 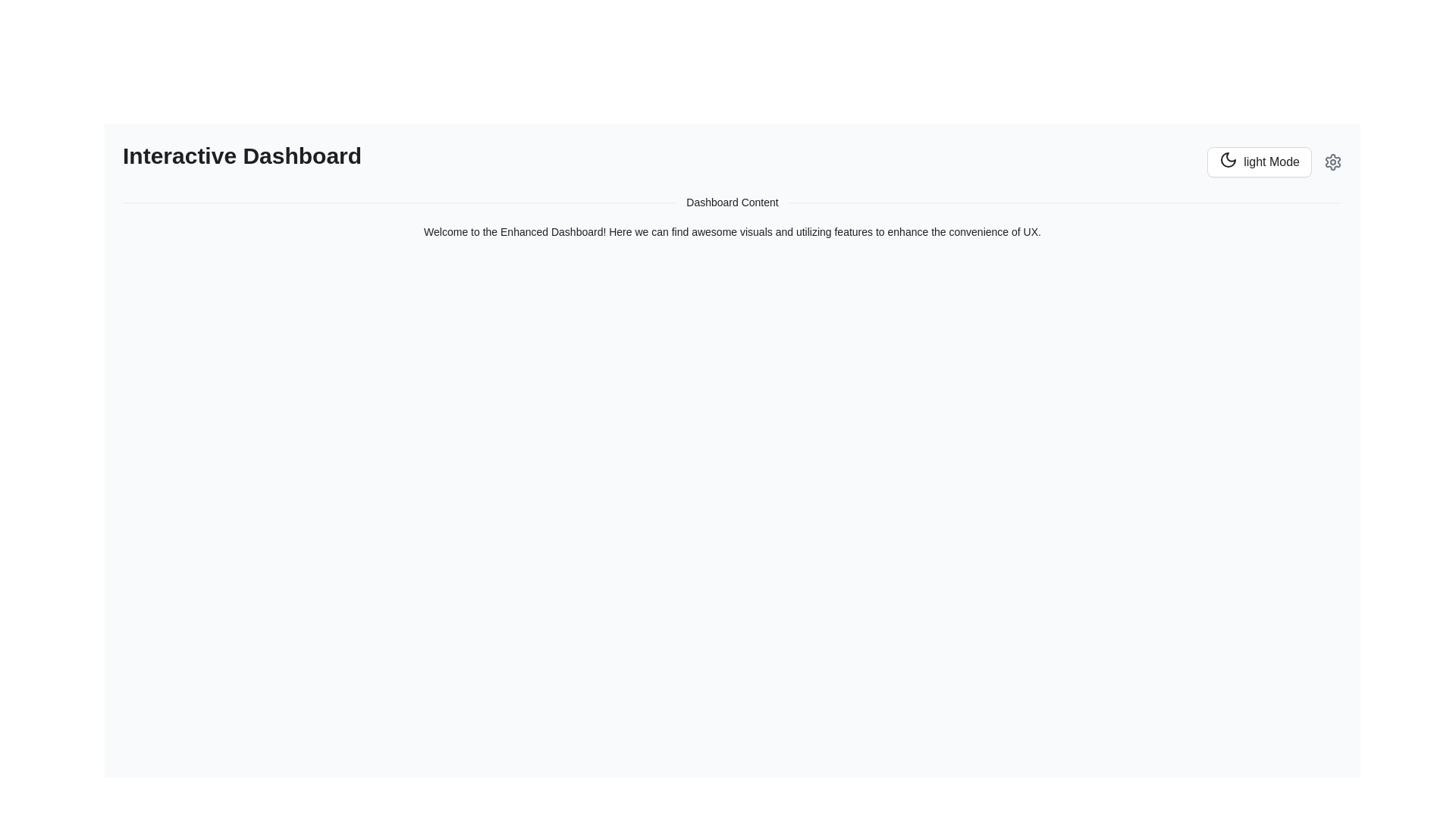 I want to click on the text label located directly below the 'Interactive Dashboard' header, which serves as a section title providing context for the content below, so click(x=732, y=201).